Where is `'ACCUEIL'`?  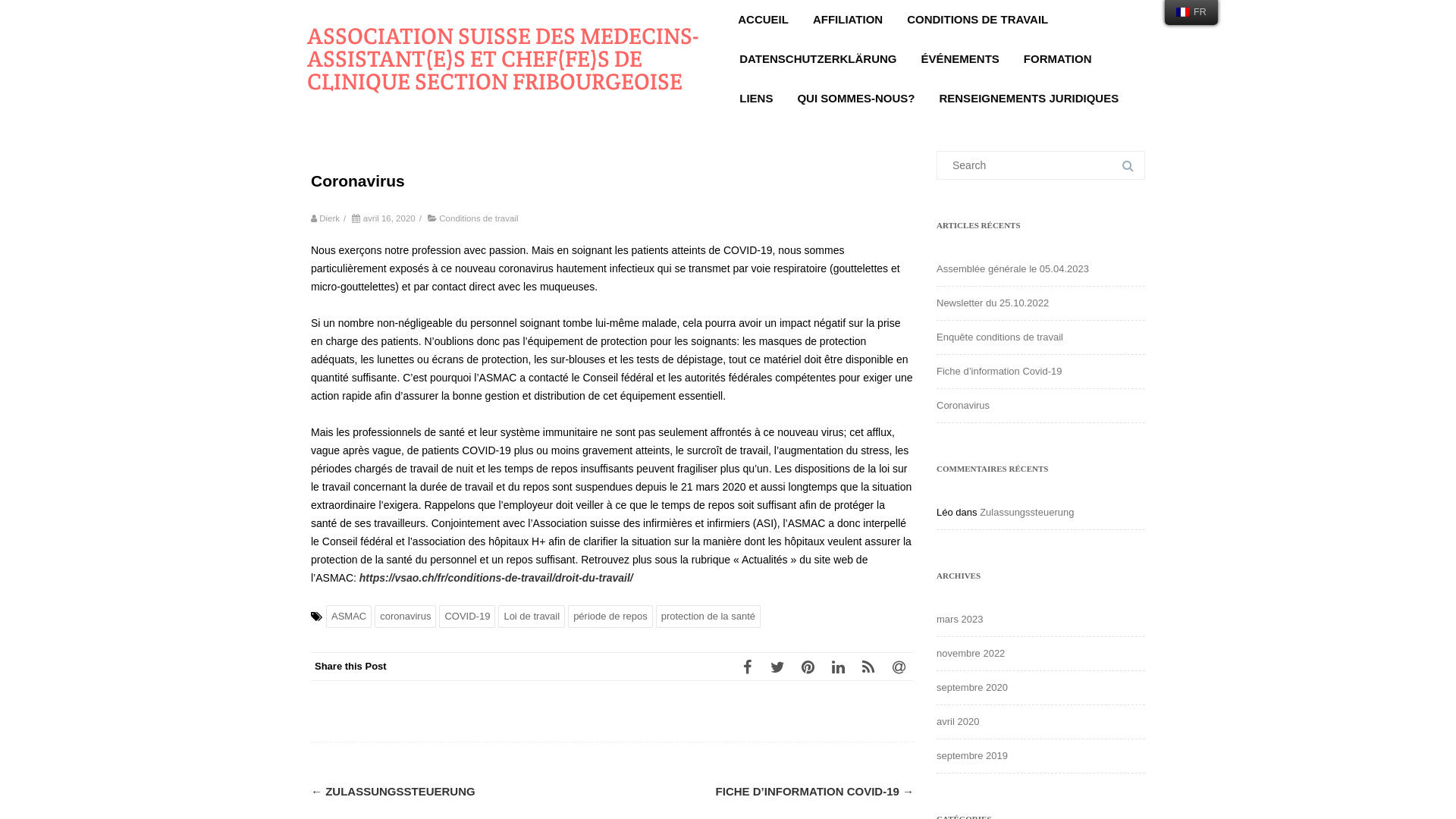 'ACCUEIL' is located at coordinates (763, 20).